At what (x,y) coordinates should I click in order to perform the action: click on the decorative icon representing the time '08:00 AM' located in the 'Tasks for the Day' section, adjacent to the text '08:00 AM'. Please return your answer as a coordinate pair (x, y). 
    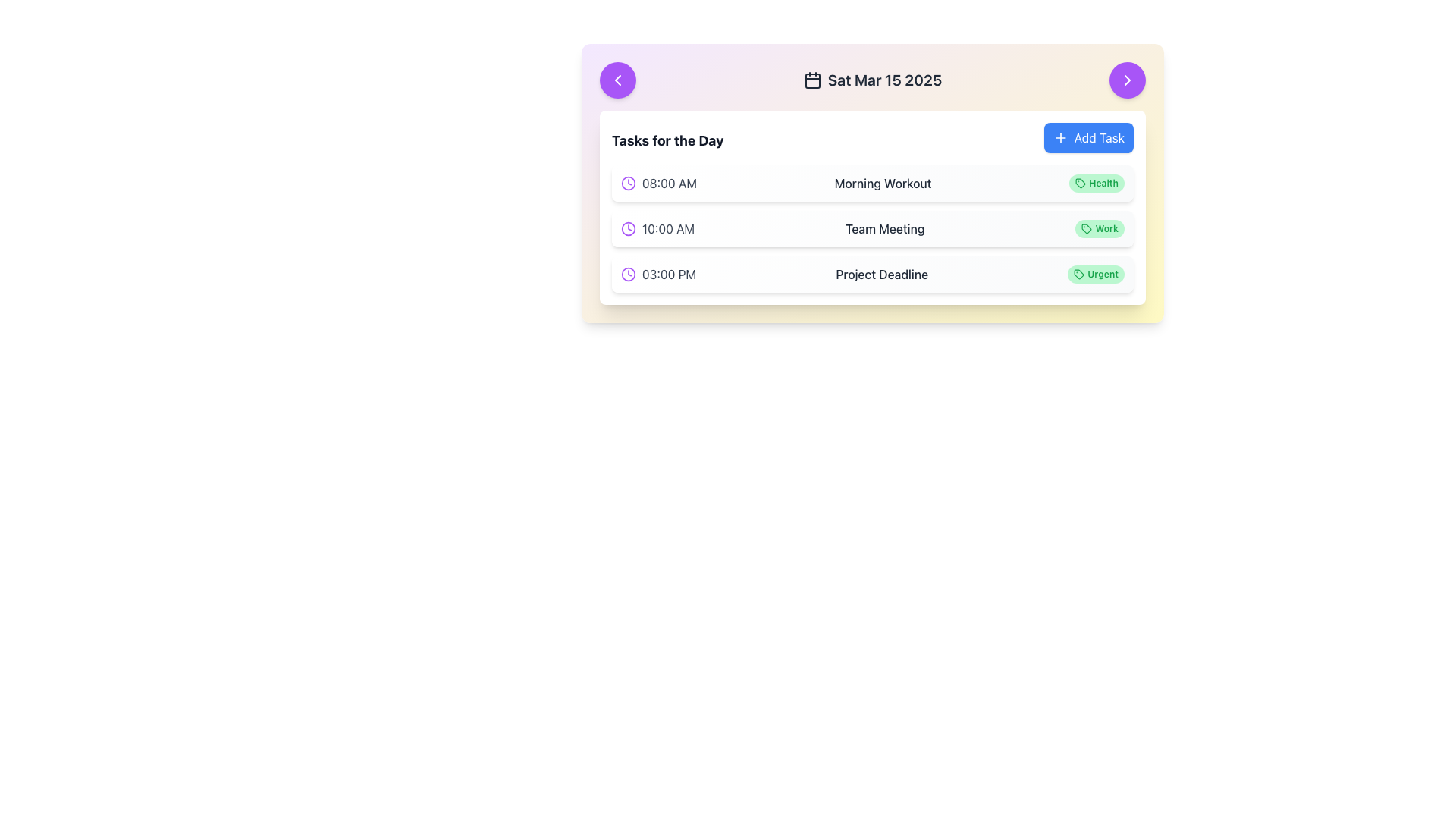
    Looking at the image, I should click on (629, 183).